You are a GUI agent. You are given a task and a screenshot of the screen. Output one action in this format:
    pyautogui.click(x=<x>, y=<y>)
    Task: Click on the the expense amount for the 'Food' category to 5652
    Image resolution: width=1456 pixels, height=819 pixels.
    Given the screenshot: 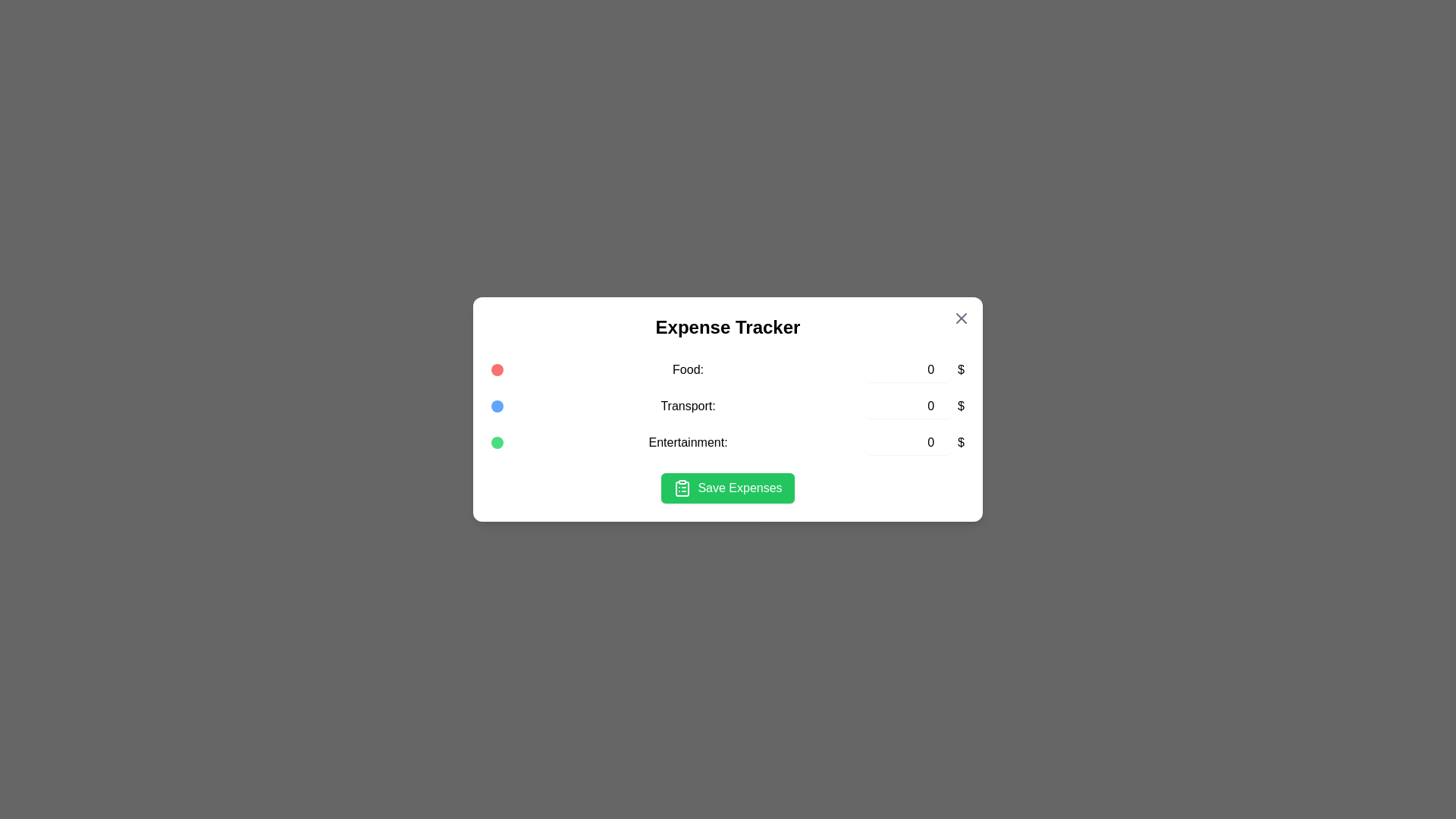 What is the action you would take?
    pyautogui.click(x=909, y=370)
    